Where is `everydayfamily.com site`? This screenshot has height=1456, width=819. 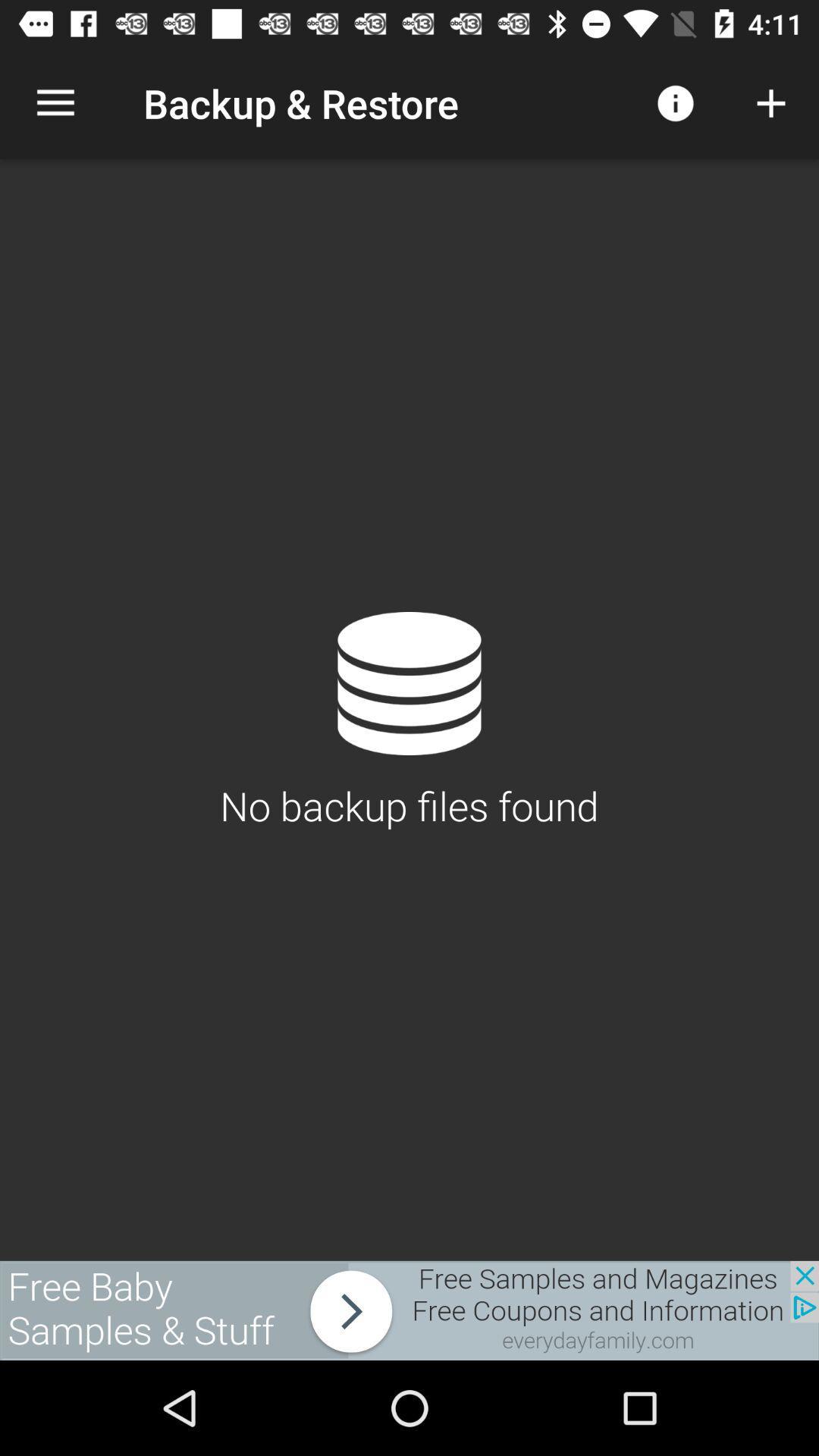 everydayfamily.com site is located at coordinates (409, 1310).